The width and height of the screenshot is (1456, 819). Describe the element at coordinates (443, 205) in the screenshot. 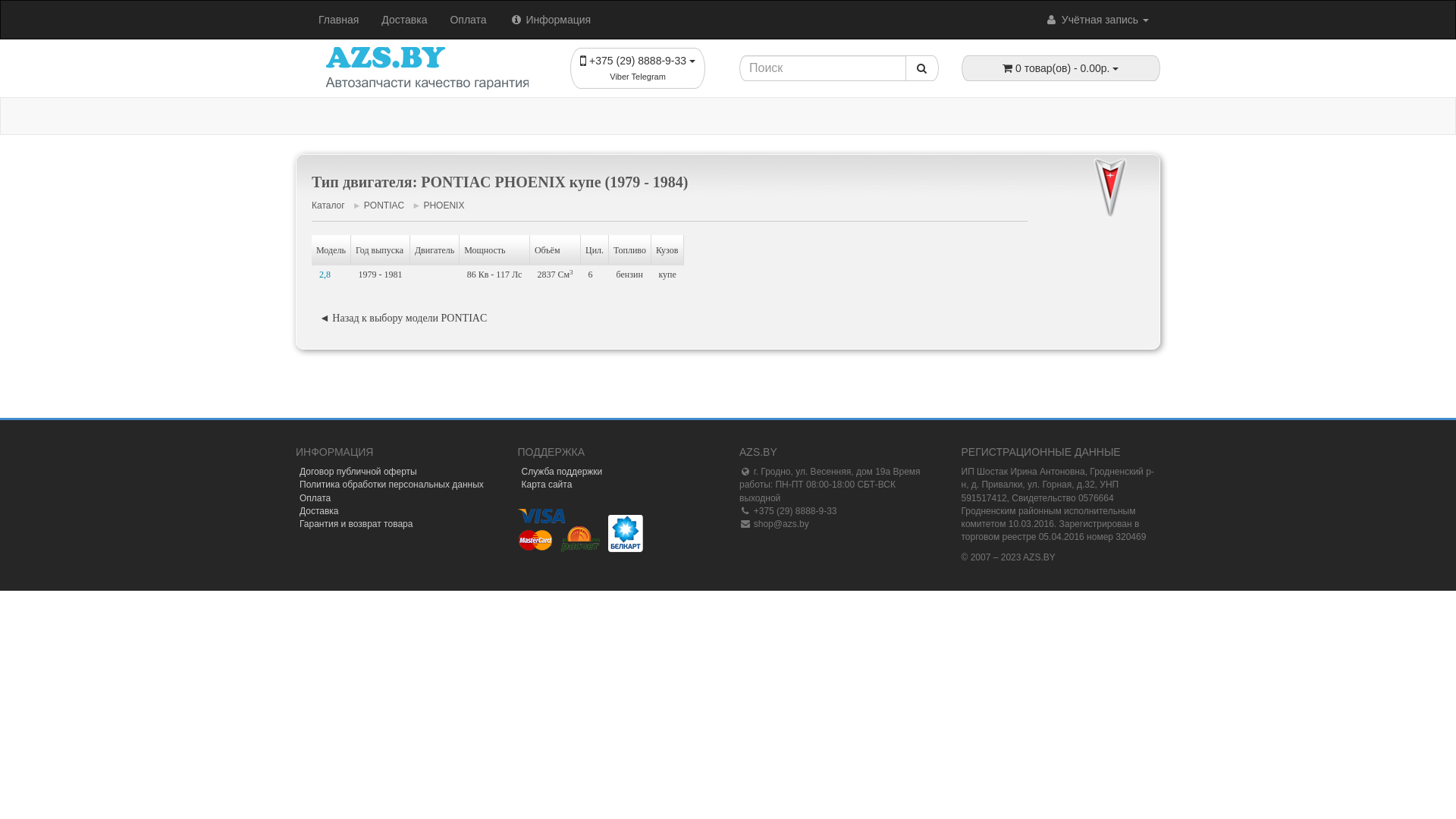

I see `'PHOENIX'` at that location.